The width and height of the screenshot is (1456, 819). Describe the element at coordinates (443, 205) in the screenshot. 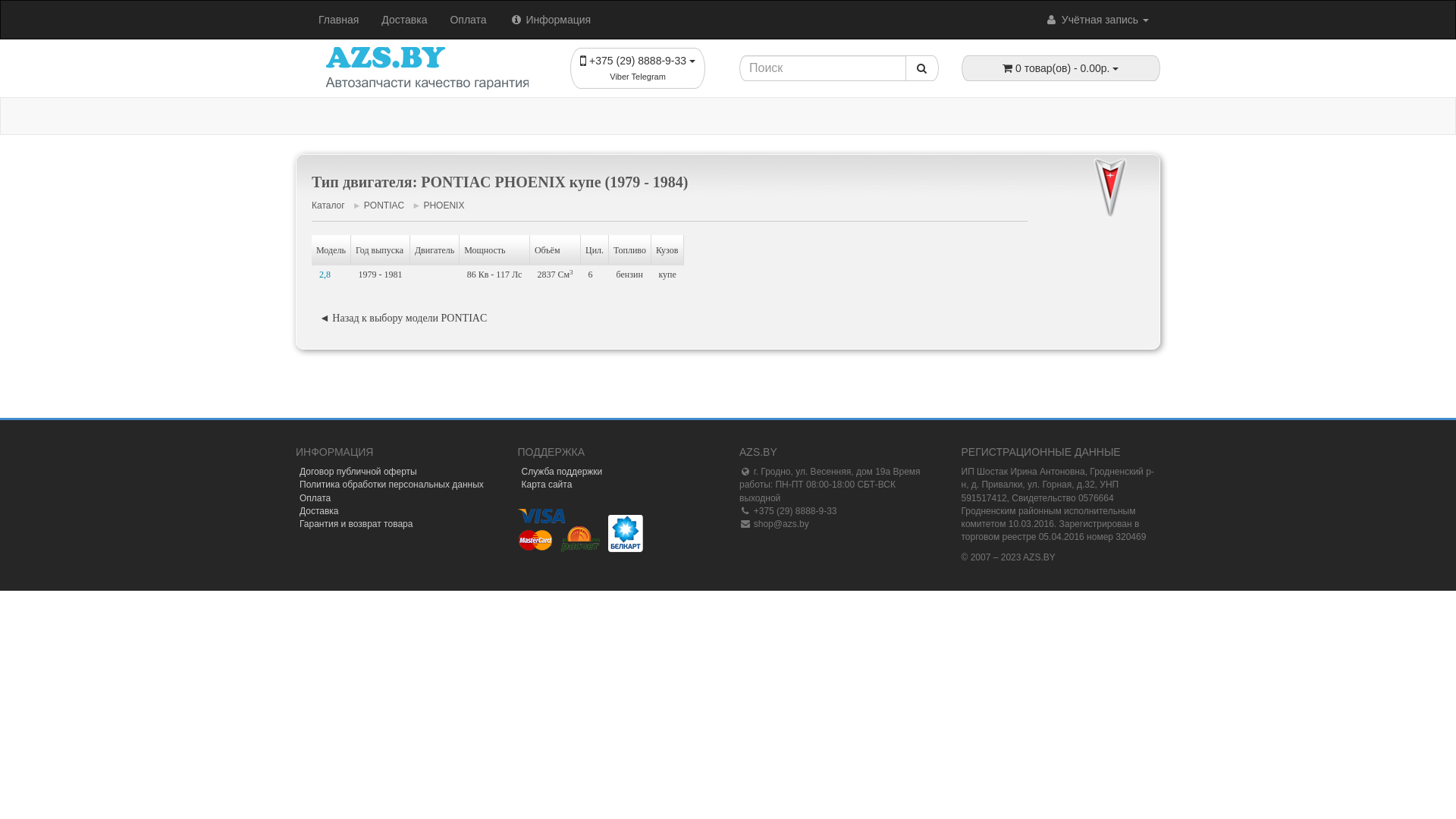

I see `'PHOENIX'` at that location.